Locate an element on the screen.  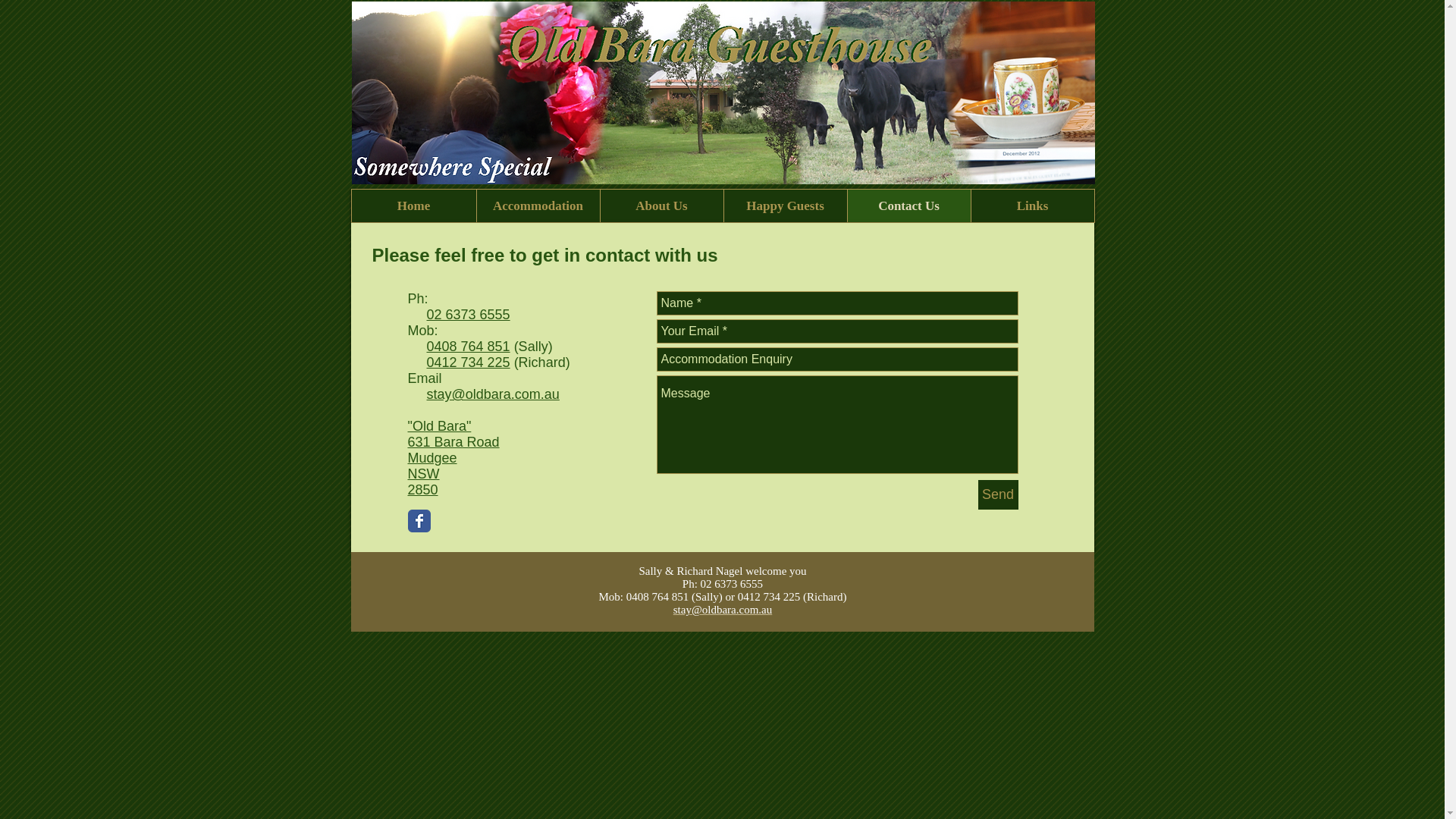
'631 Bara Road' is located at coordinates (407, 441).